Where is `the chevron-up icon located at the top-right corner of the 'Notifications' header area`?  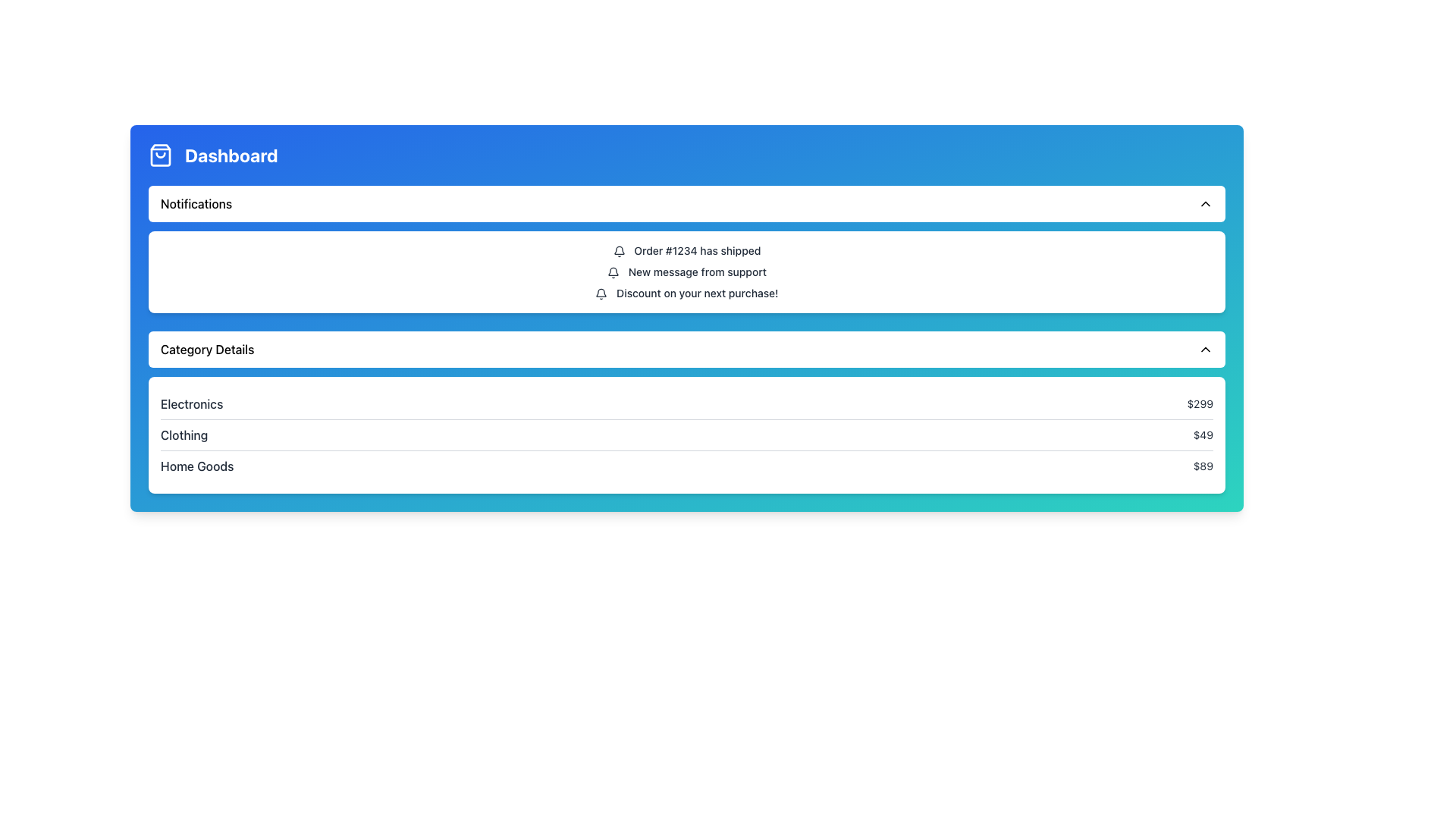
the chevron-up icon located at the top-right corner of the 'Notifications' header area is located at coordinates (1204, 203).